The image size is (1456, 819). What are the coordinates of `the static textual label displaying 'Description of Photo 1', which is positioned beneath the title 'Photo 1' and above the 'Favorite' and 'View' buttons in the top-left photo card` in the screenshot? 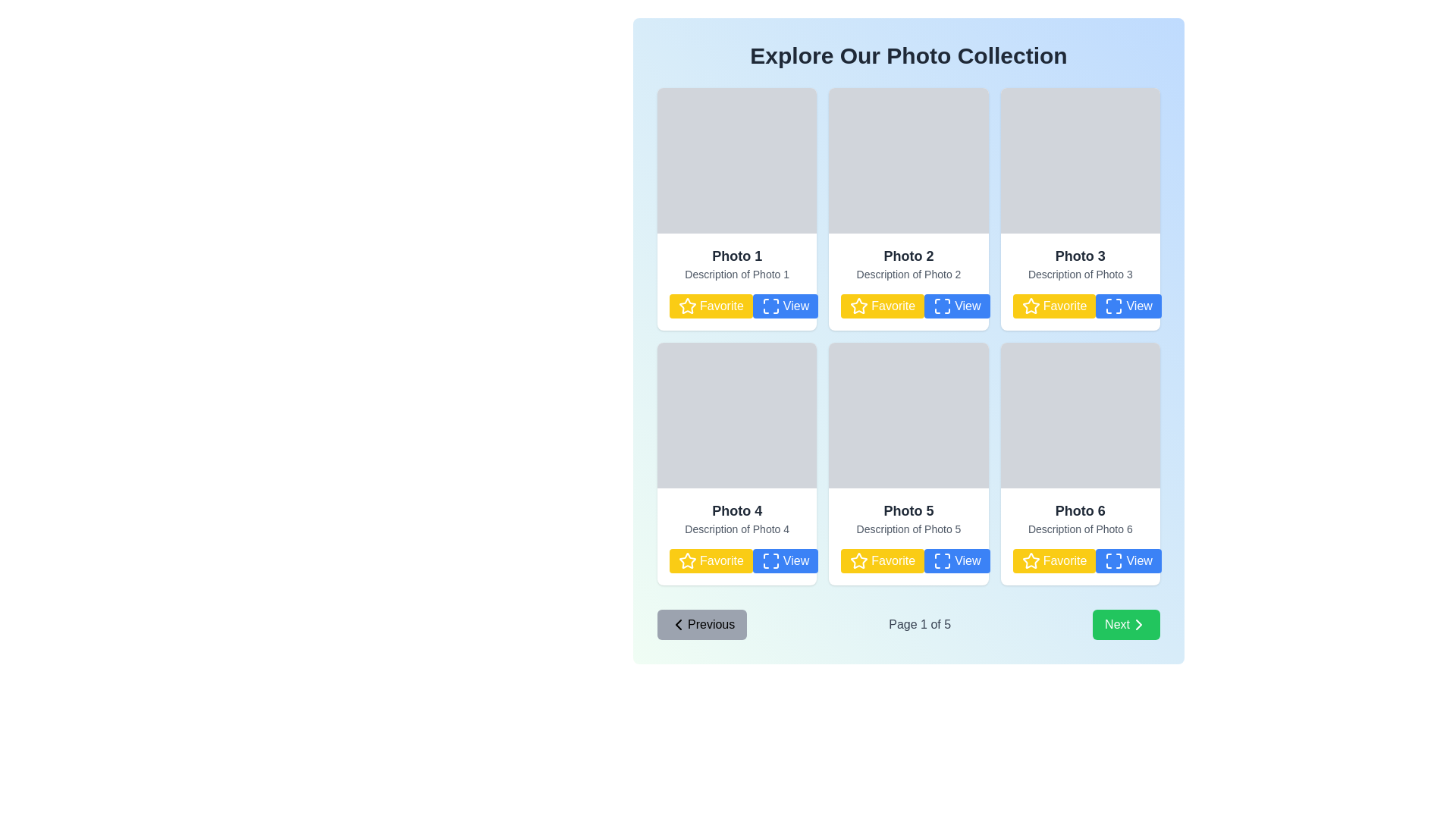 It's located at (737, 275).